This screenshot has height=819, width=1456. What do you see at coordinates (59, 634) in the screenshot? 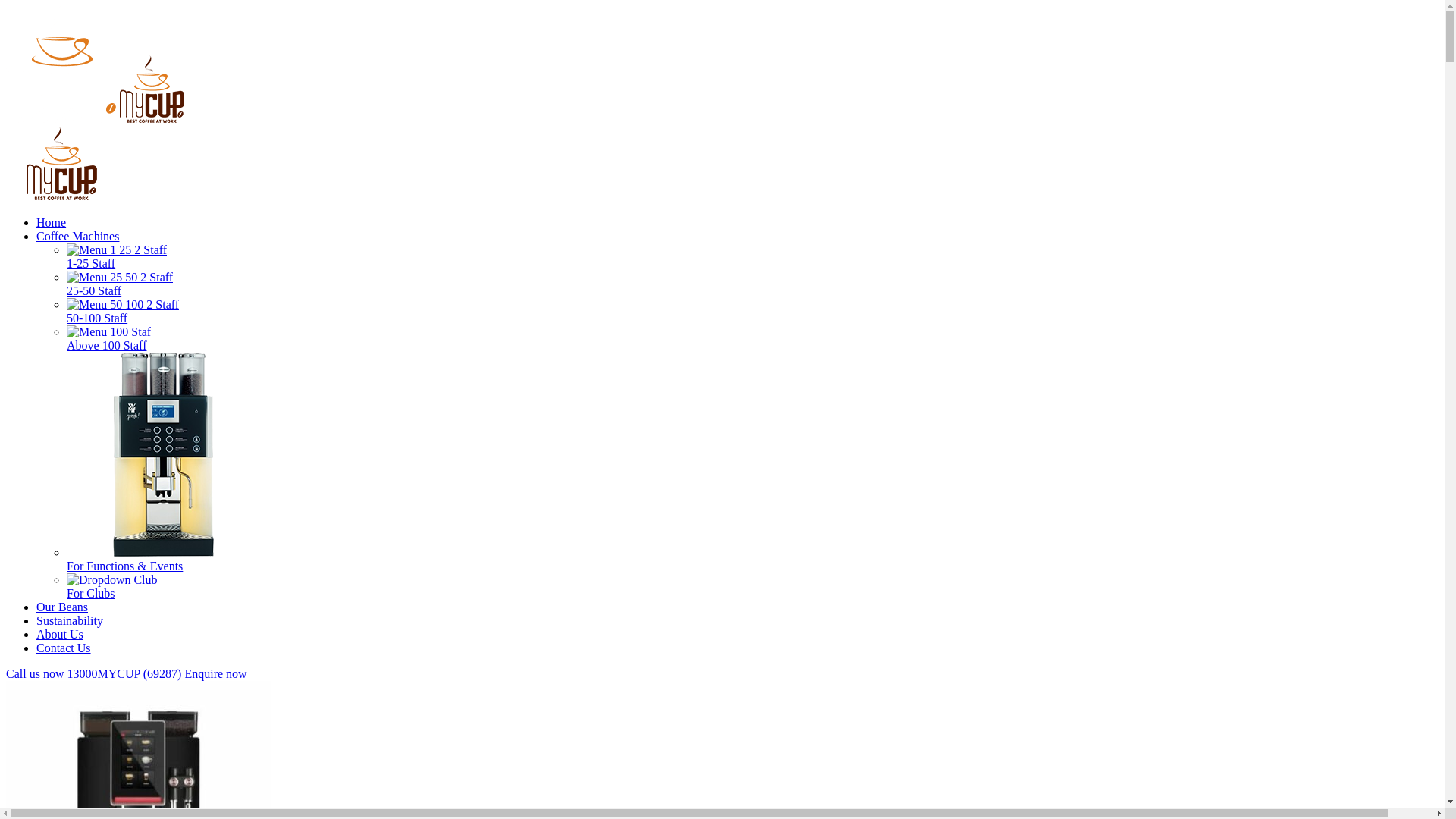
I see `'About Us'` at bounding box center [59, 634].